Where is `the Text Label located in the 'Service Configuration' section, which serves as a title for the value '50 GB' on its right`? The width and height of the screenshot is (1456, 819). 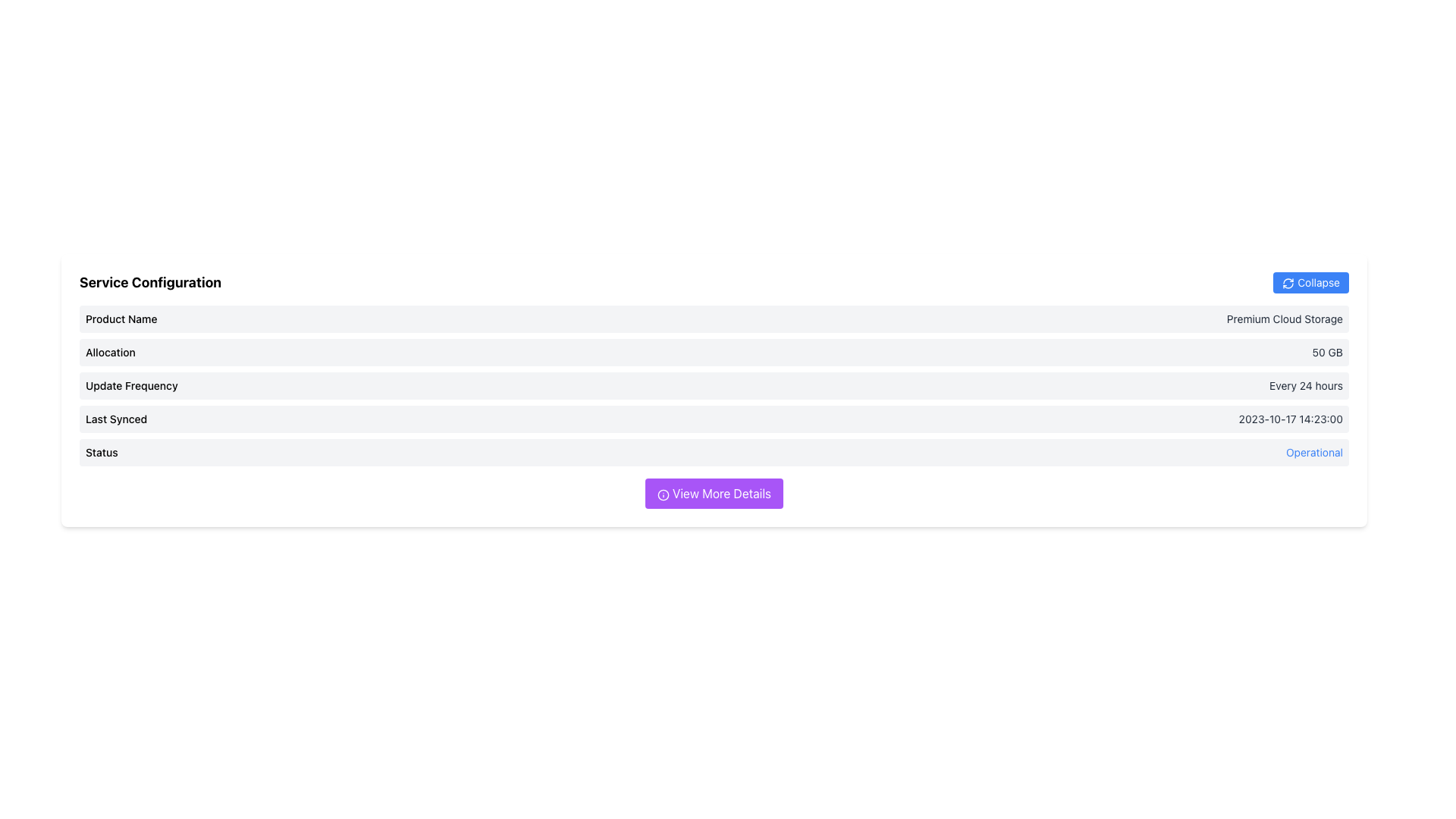 the Text Label located in the 'Service Configuration' section, which serves as a title for the value '50 GB' on its right is located at coordinates (109, 353).